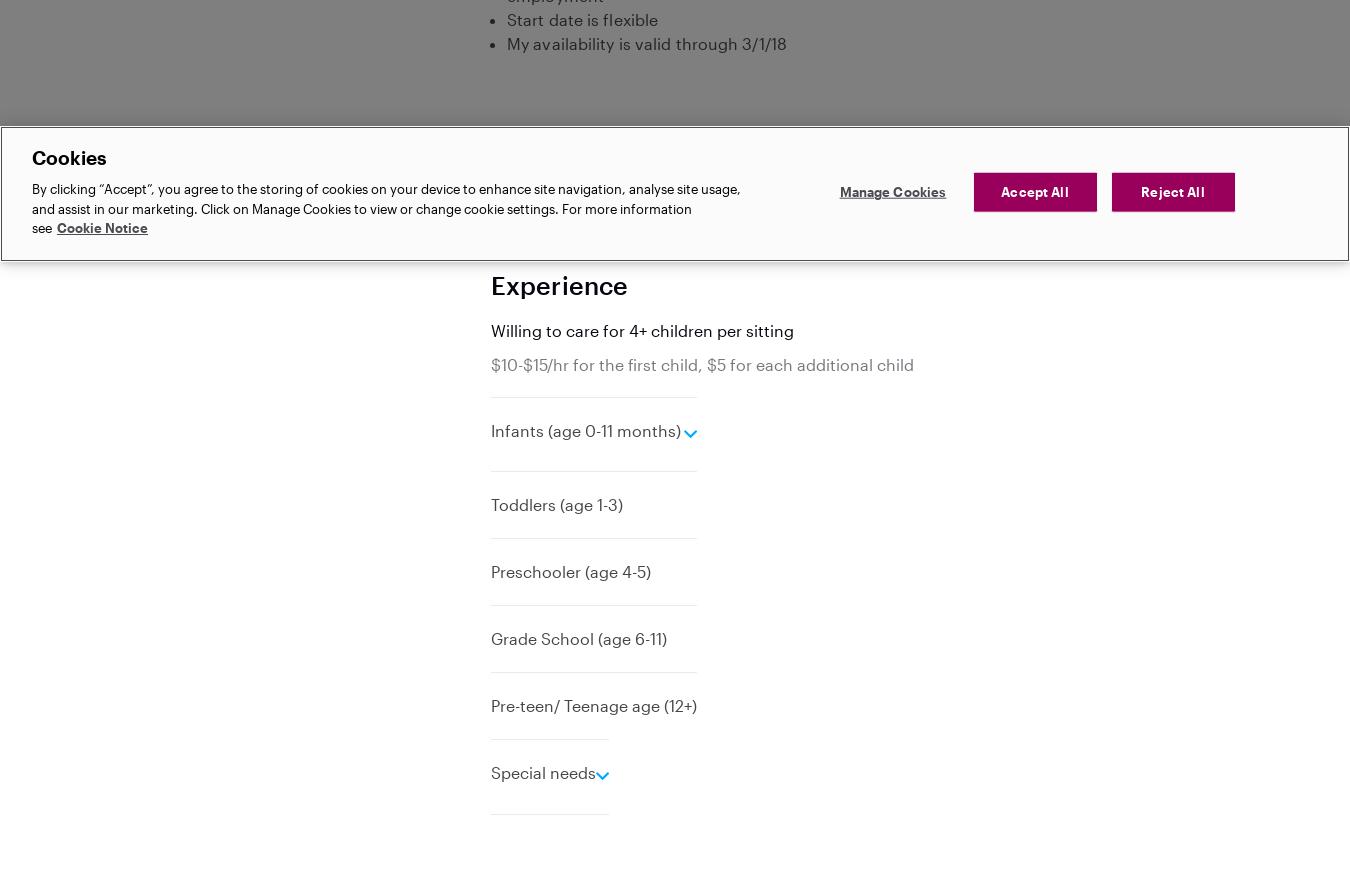 The width and height of the screenshot is (1350, 869). I want to click on 'Toddlers (age 1-3)', so click(556, 504).